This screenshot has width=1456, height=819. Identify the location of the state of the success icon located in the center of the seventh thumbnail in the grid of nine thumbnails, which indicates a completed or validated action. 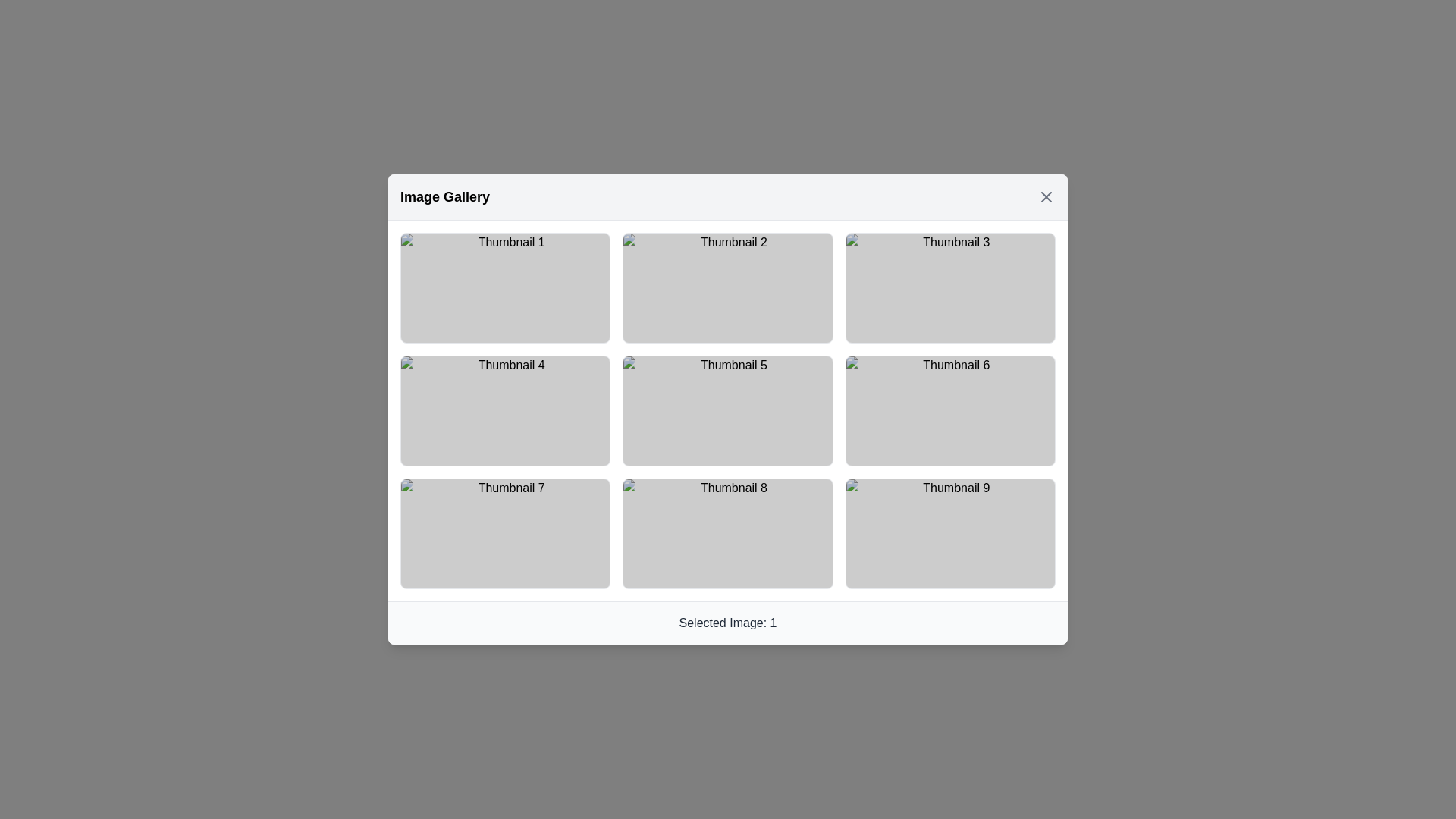
(505, 533).